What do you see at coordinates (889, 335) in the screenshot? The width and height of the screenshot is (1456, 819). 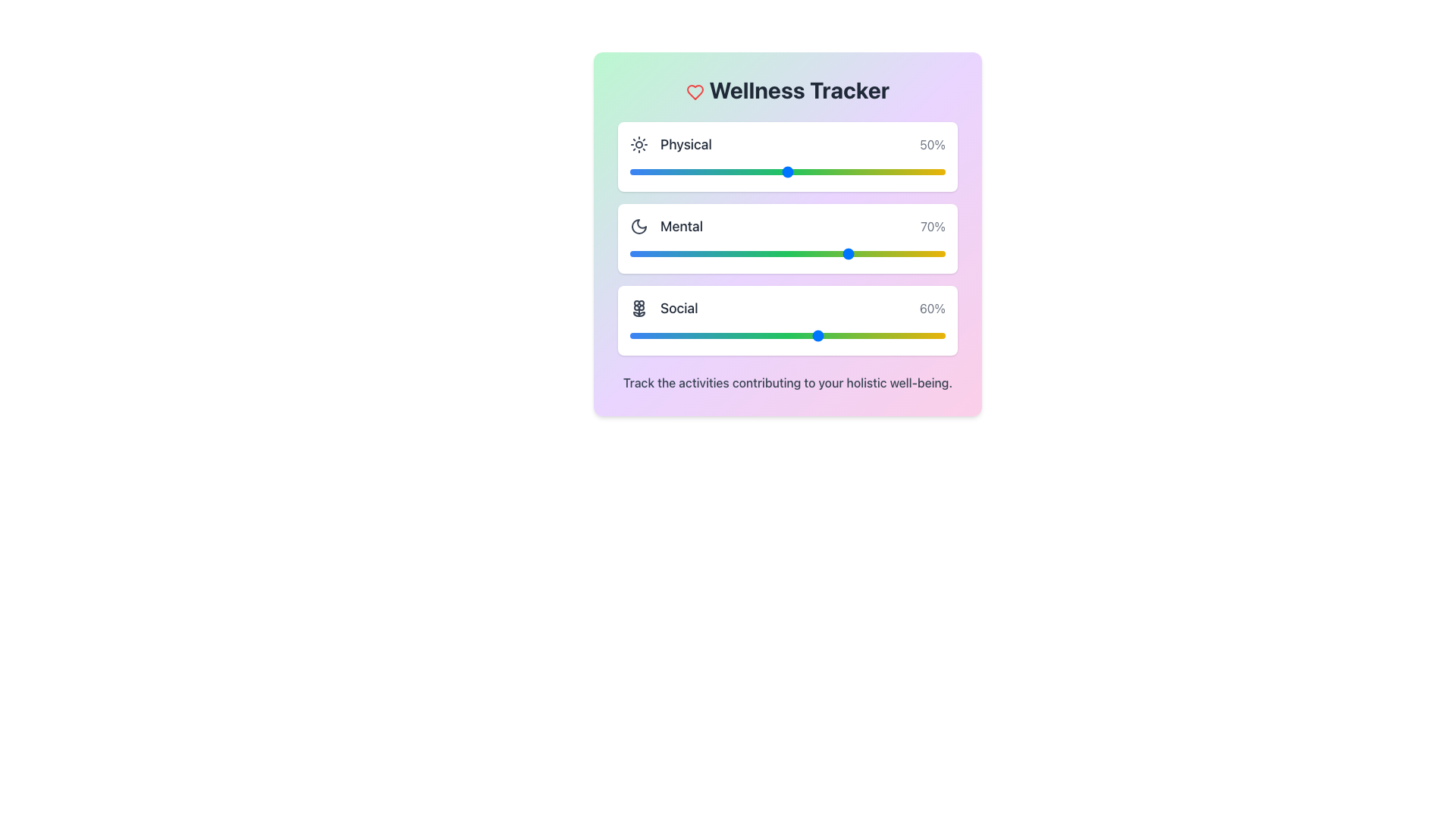 I see `the social well-being percentage` at bounding box center [889, 335].